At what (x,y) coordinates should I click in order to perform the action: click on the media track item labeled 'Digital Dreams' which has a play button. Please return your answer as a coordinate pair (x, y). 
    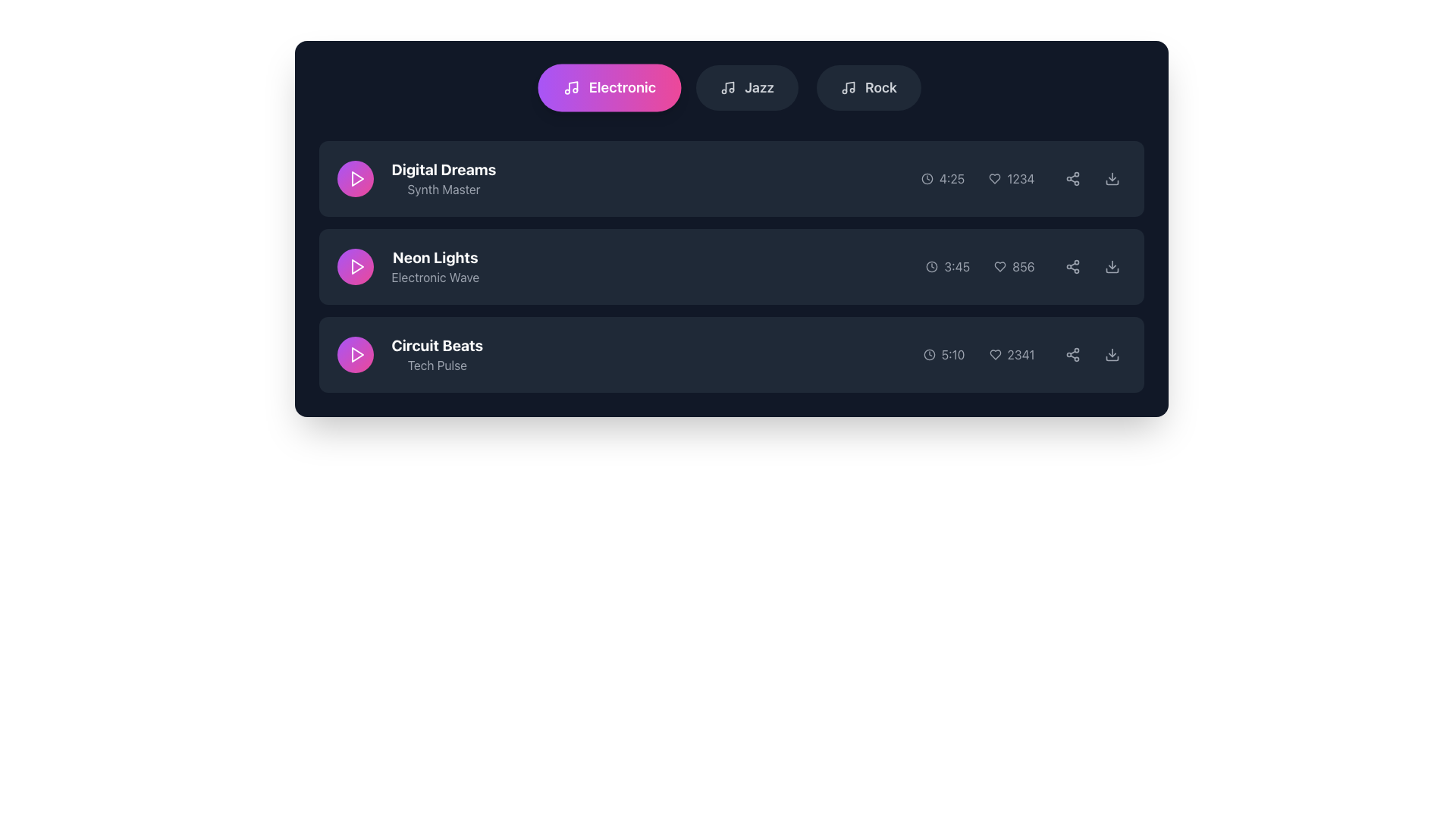
    Looking at the image, I should click on (416, 177).